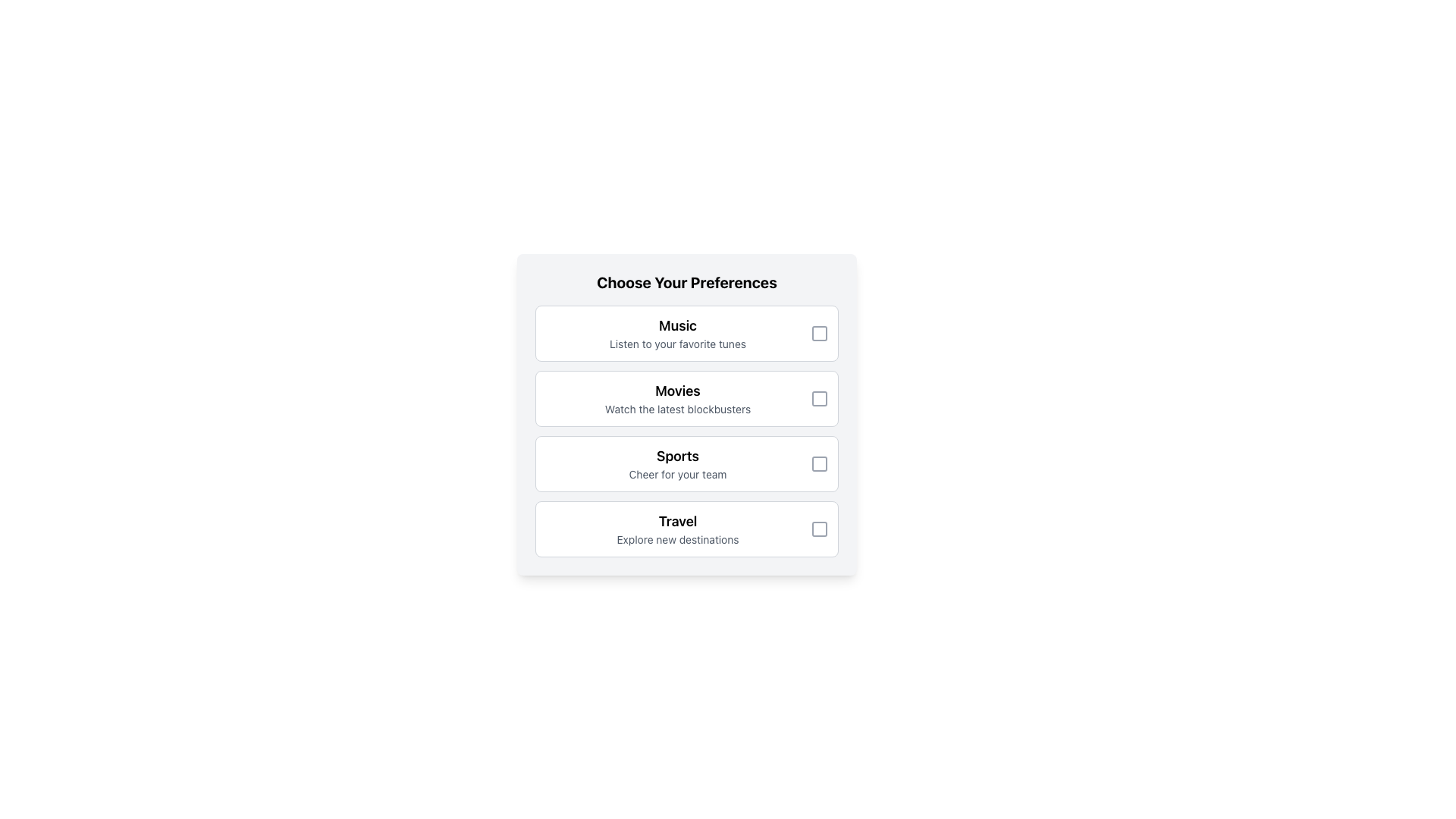 Image resolution: width=1456 pixels, height=819 pixels. I want to click on the checkbox, which is a square-shaped icon with a hollow interior and light gray outline, located to the right of the text 'Sports' in the 'SportsCheer for your team' selection option, so click(818, 463).